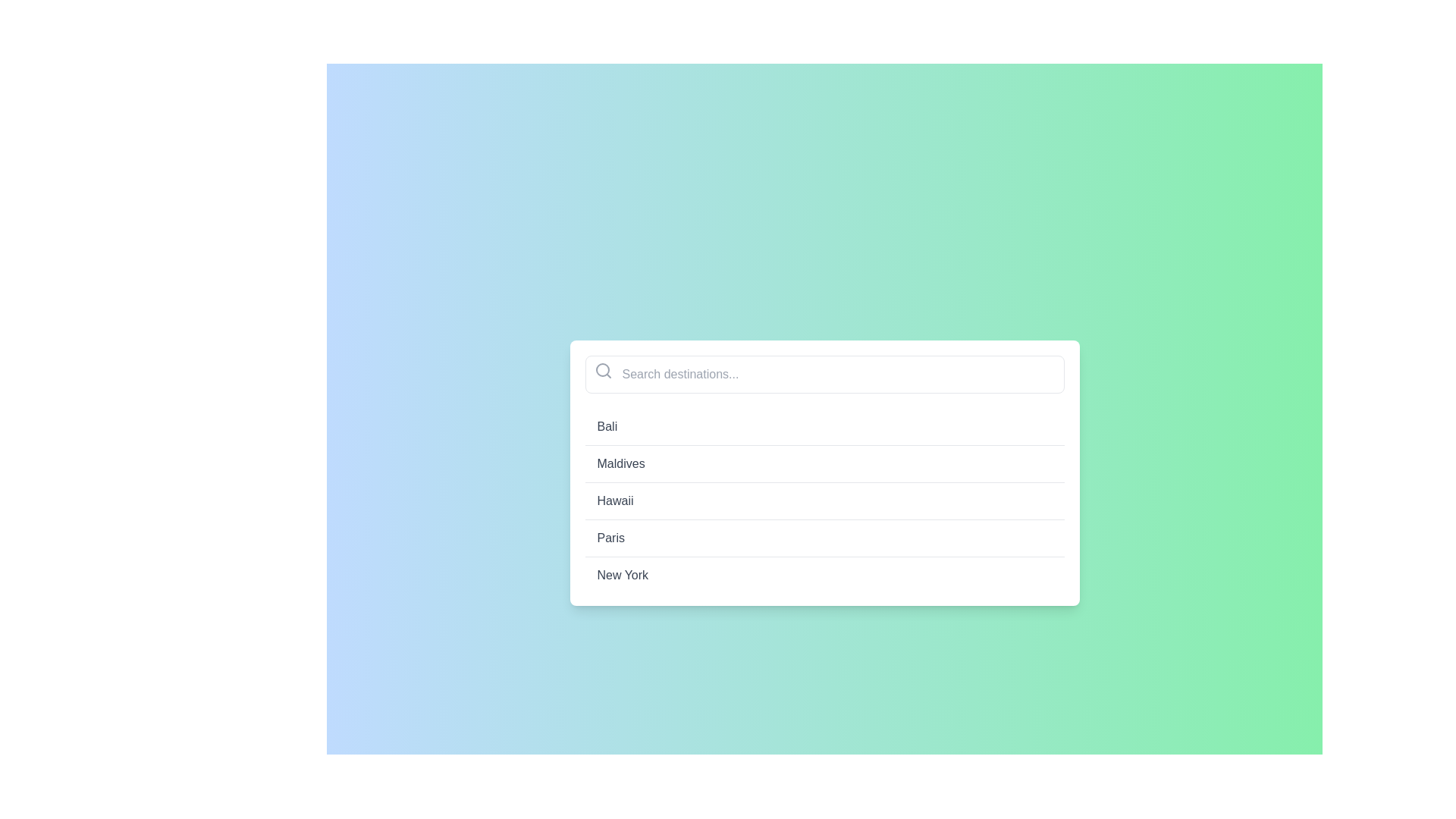 This screenshot has height=819, width=1456. What do you see at coordinates (601, 370) in the screenshot?
I see `the decorative circular element within the search icon located in the top-left corner of the input box` at bounding box center [601, 370].